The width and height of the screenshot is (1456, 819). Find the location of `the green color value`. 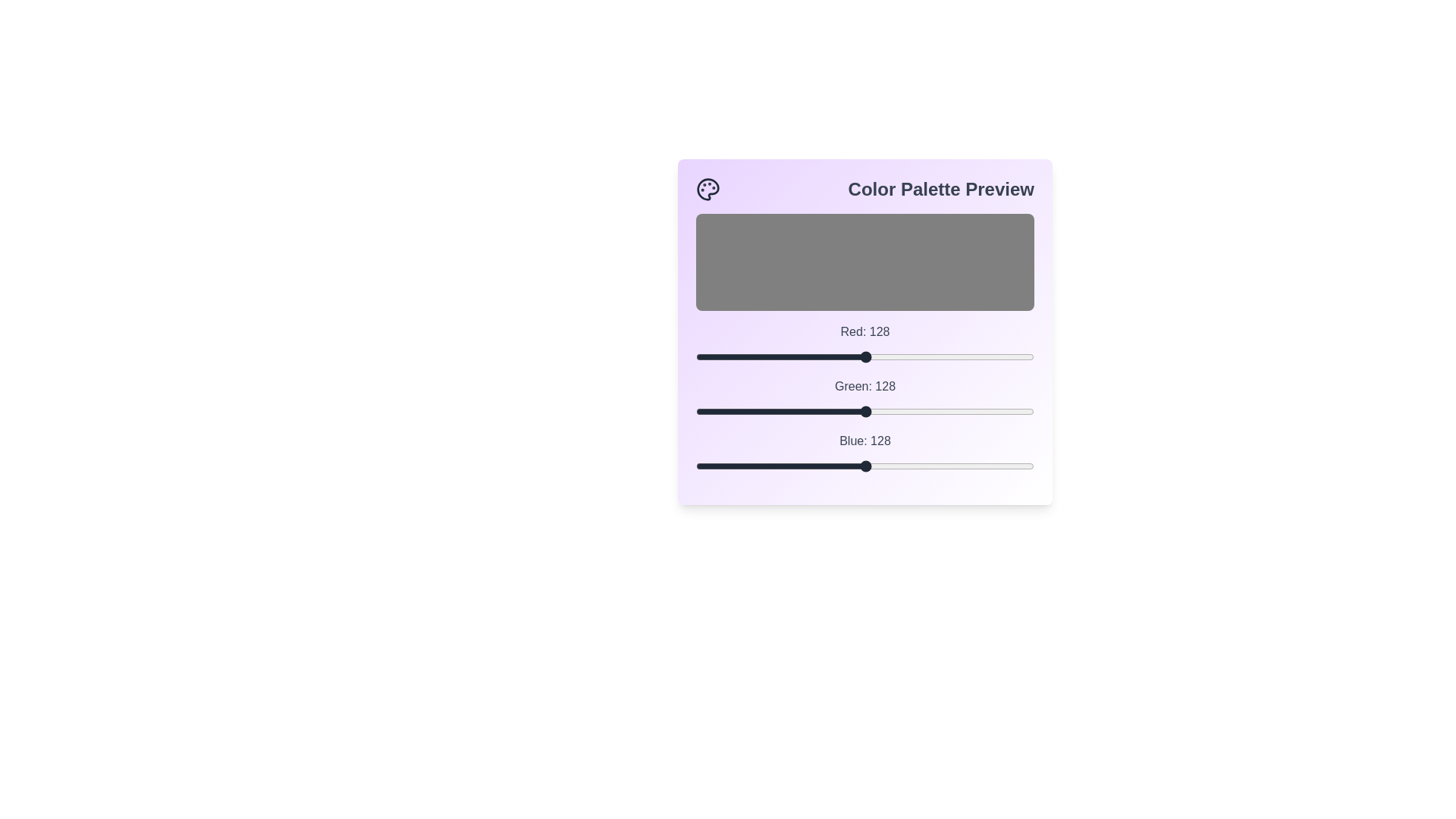

the green color value is located at coordinates (730, 412).